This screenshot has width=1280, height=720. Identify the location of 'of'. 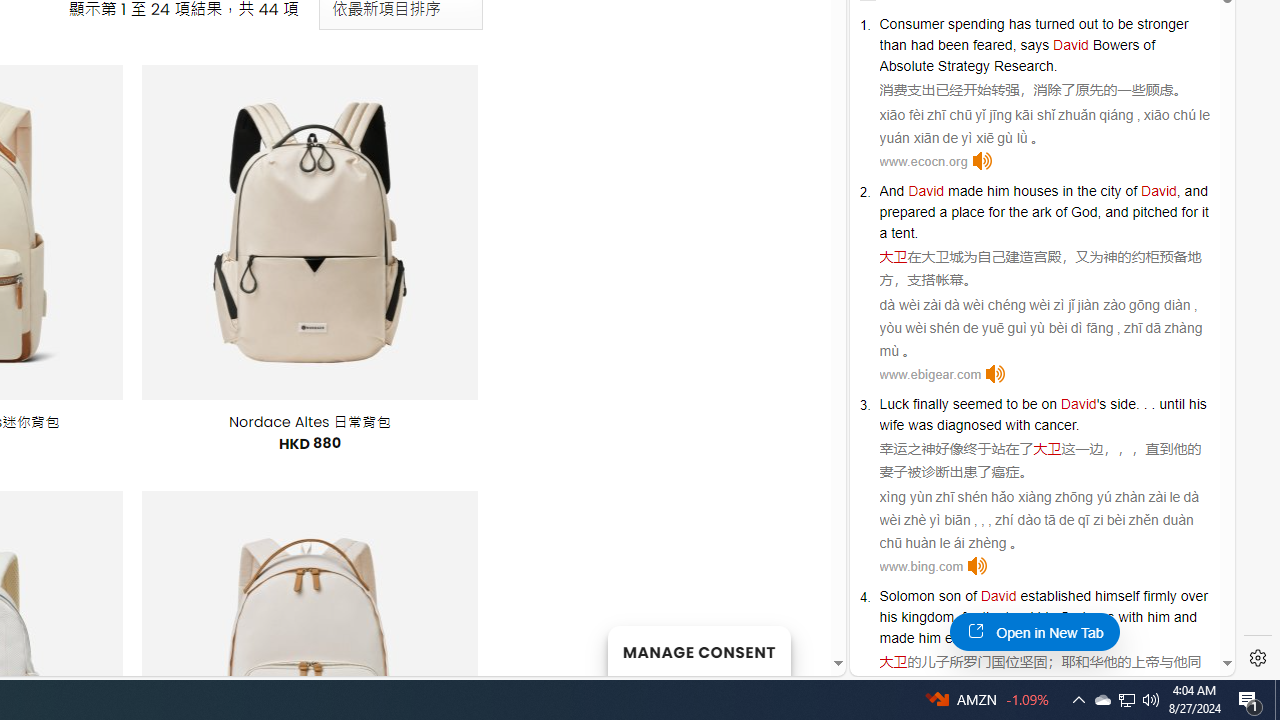
(970, 595).